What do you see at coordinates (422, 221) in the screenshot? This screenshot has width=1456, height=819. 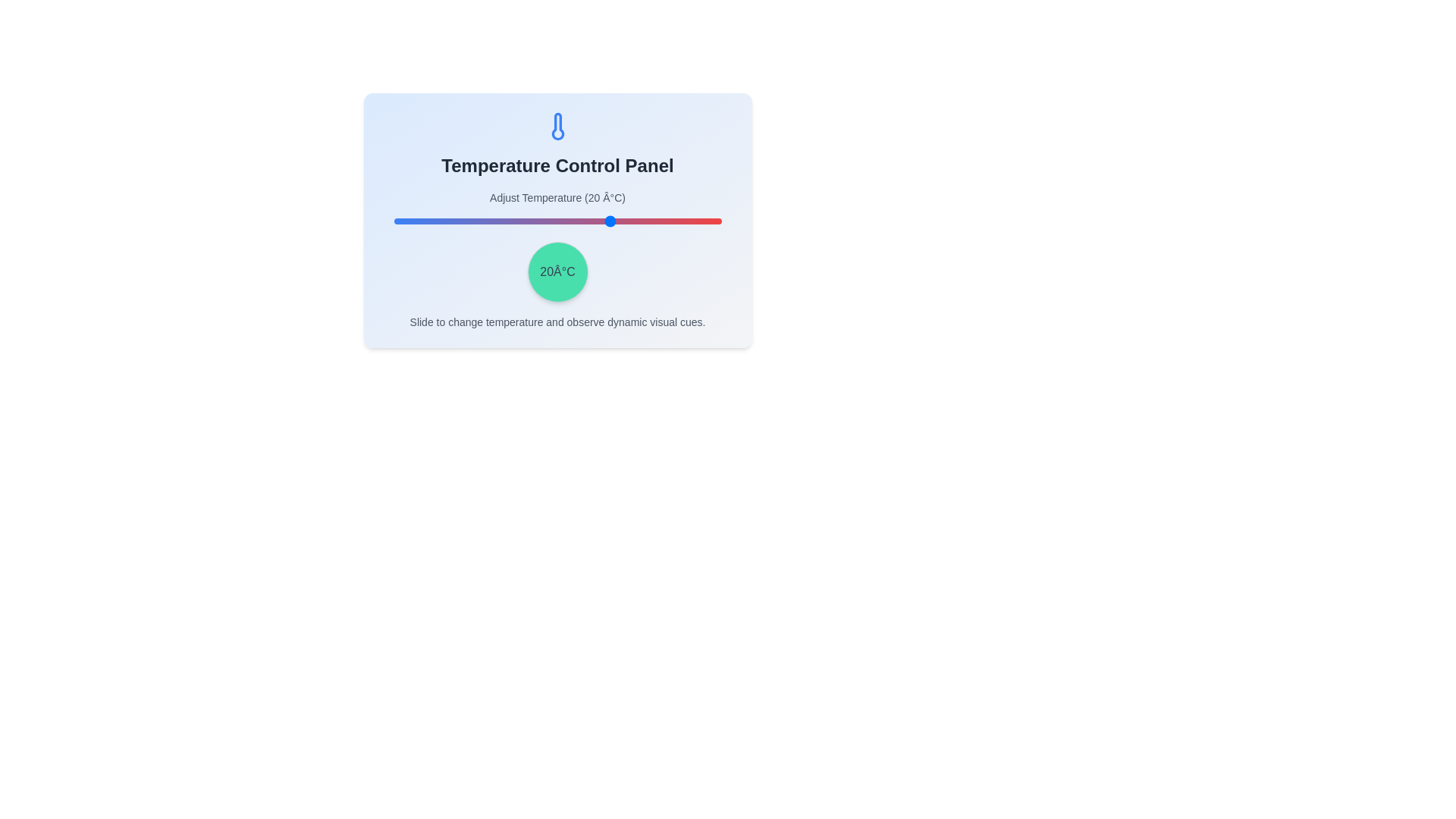 I see `the temperature to -32°C using the slider` at bounding box center [422, 221].